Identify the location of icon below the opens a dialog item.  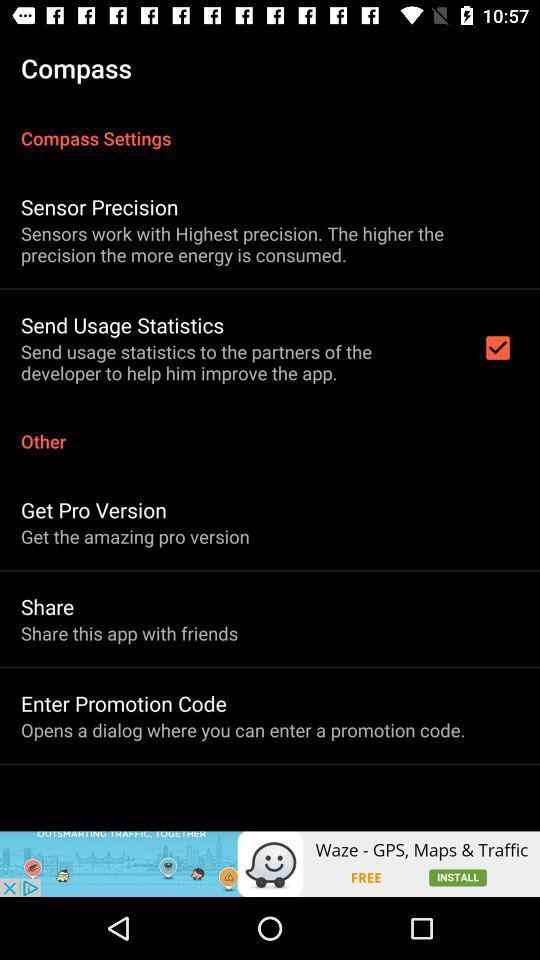
(270, 863).